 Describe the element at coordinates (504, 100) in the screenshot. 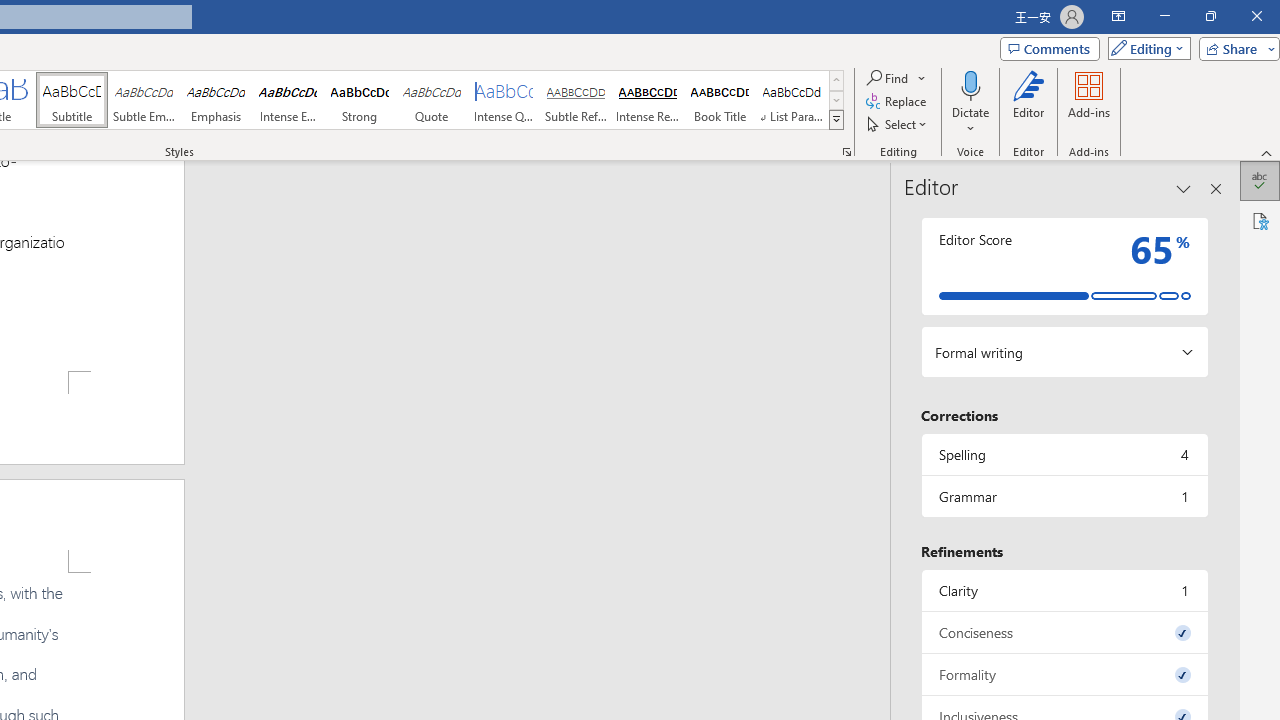

I see `'Intense Quote'` at that location.